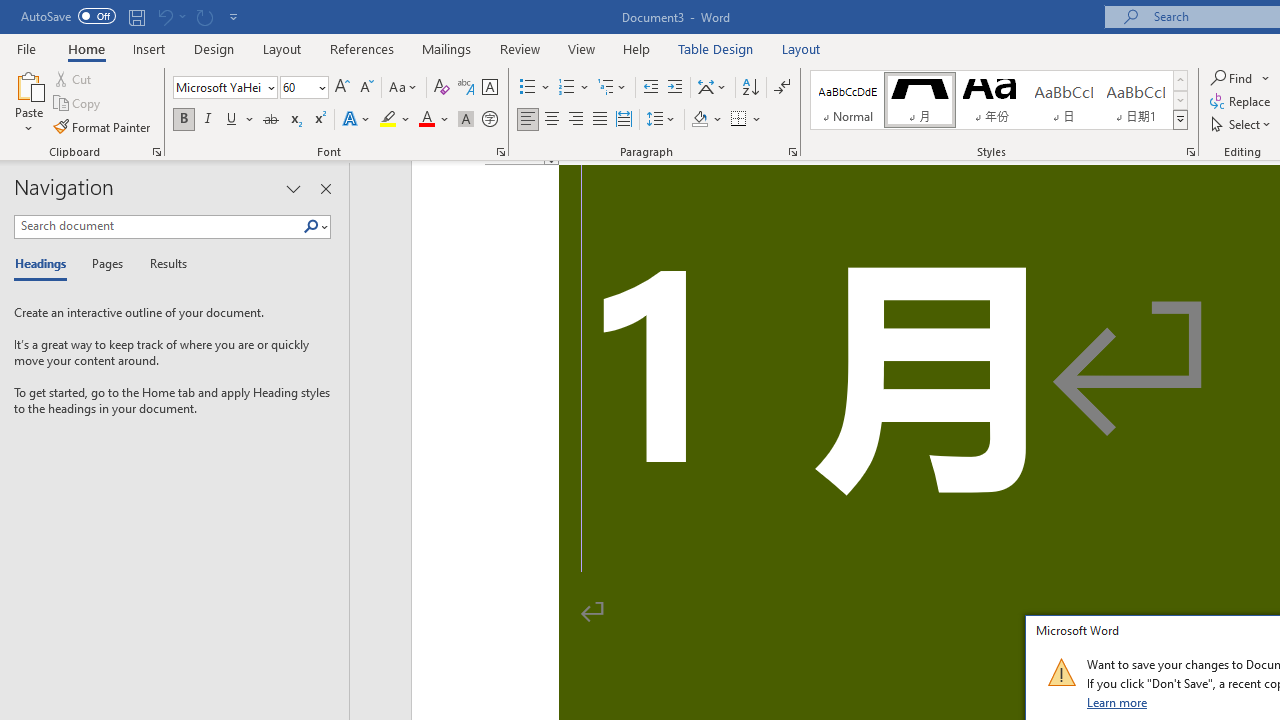 Image resolution: width=1280 pixels, height=720 pixels. What do you see at coordinates (325, 189) in the screenshot?
I see `'Close pane'` at bounding box center [325, 189].